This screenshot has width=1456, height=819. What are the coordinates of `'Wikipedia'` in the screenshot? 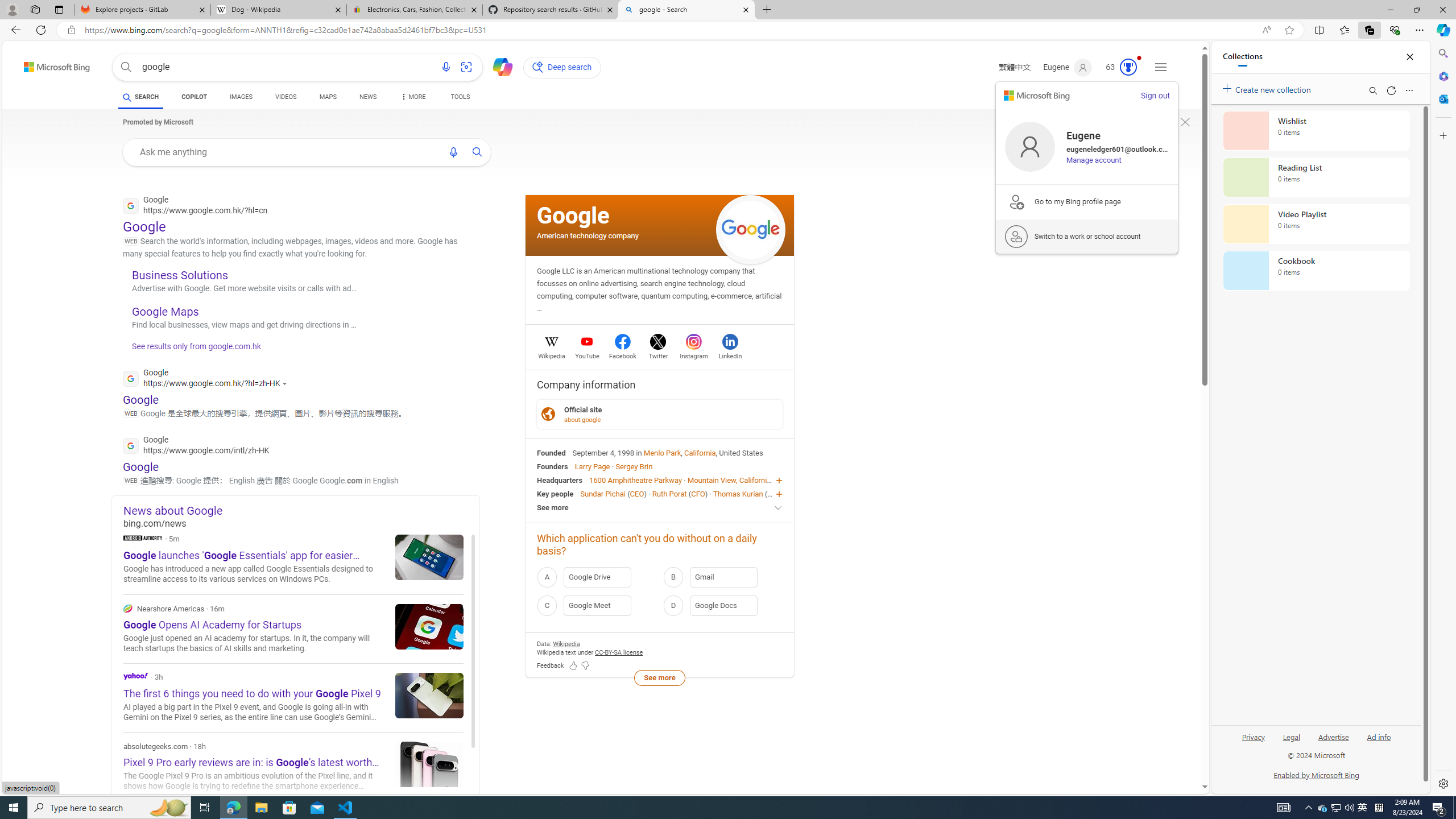 It's located at (552, 354).